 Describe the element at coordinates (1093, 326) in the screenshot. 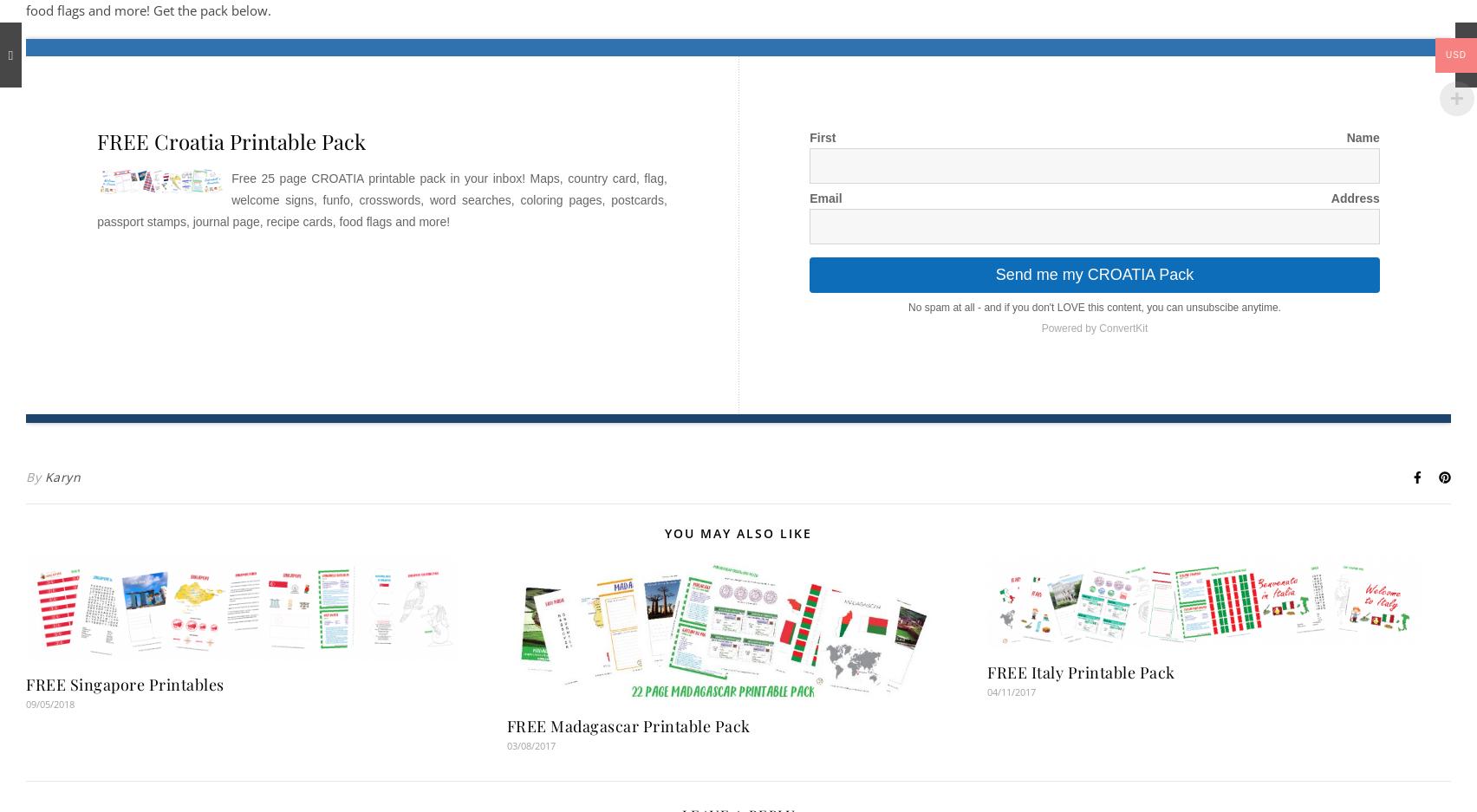

I see `'Powered by ConvertKit'` at that location.